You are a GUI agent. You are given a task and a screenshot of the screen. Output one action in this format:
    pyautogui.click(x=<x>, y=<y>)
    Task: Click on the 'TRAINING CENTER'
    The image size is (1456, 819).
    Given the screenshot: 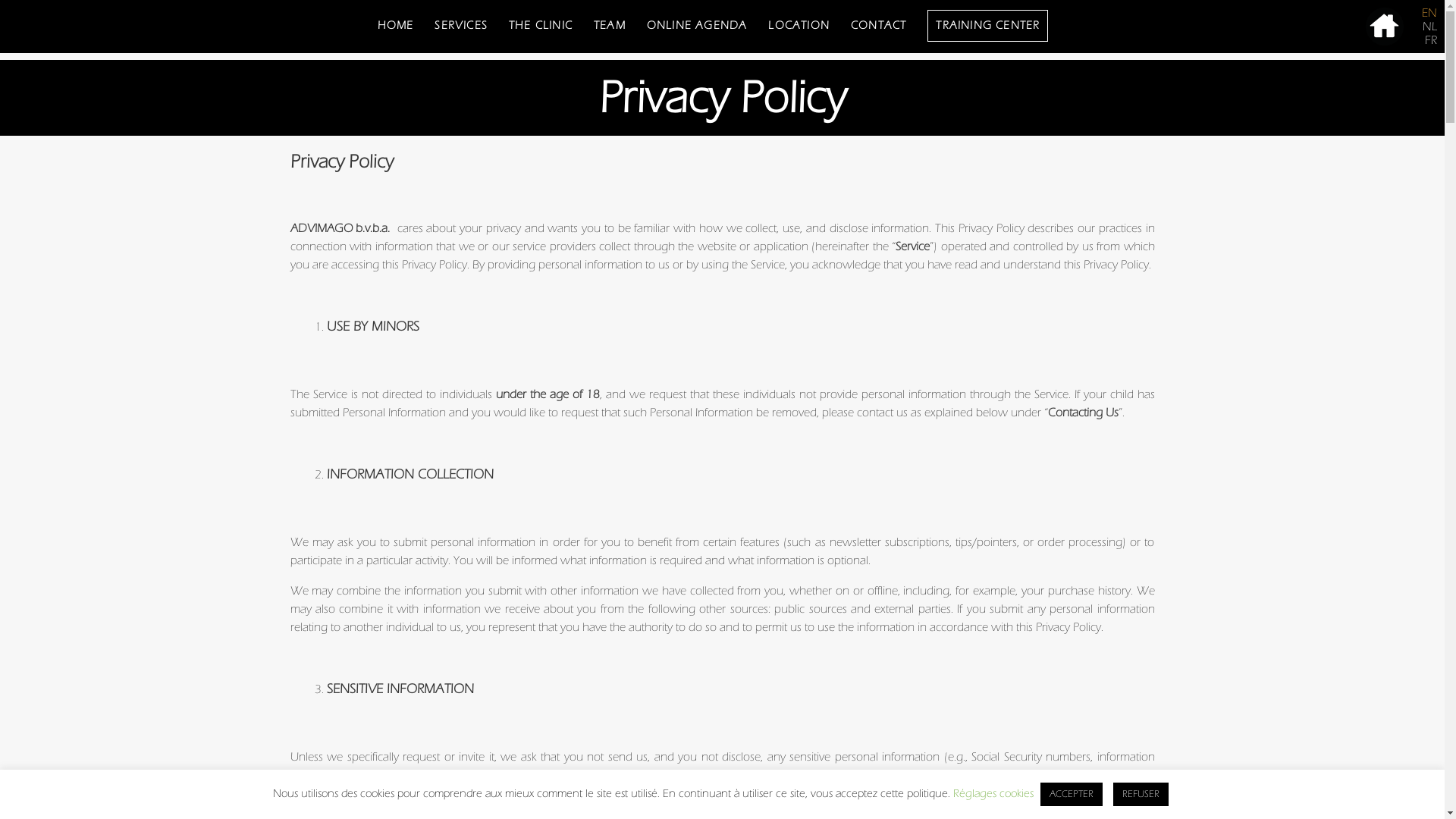 What is the action you would take?
    pyautogui.click(x=987, y=24)
    